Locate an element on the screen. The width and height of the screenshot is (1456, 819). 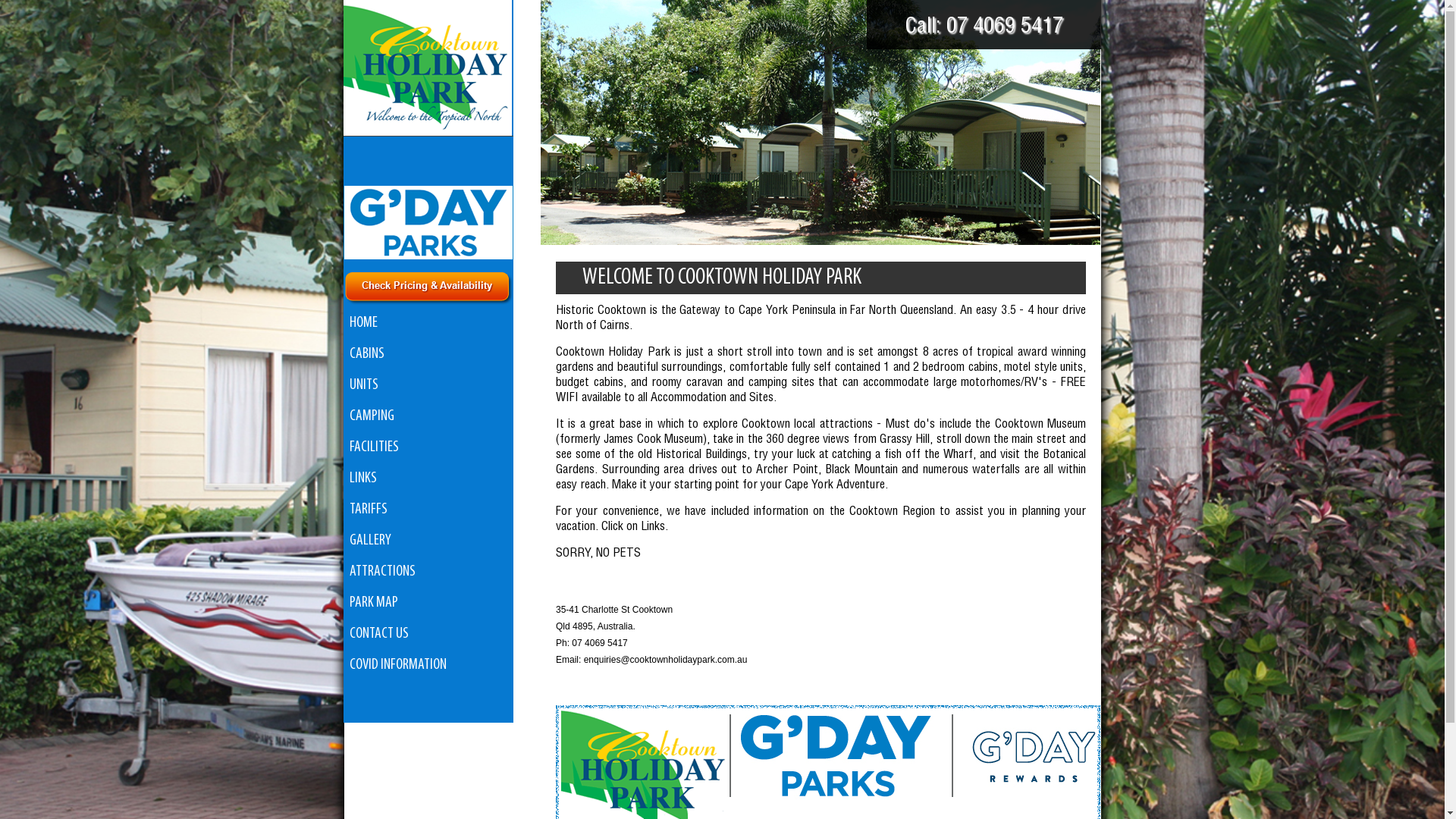
'COVID INFORMATION' is located at coordinates (428, 664).